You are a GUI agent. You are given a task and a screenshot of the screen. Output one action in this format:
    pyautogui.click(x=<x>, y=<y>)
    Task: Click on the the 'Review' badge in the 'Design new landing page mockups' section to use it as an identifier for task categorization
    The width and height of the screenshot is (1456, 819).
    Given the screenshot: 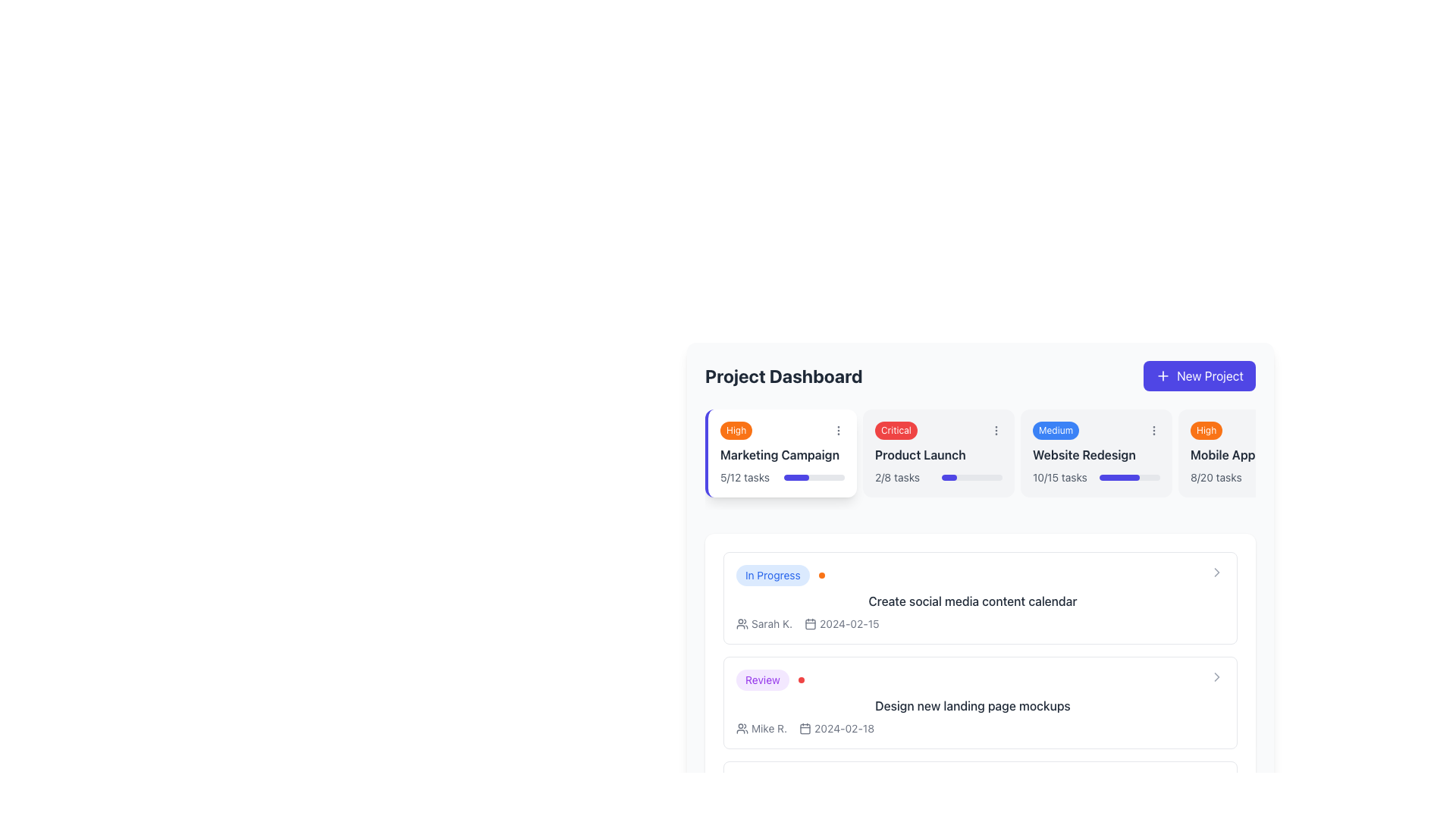 What is the action you would take?
    pyautogui.click(x=762, y=679)
    